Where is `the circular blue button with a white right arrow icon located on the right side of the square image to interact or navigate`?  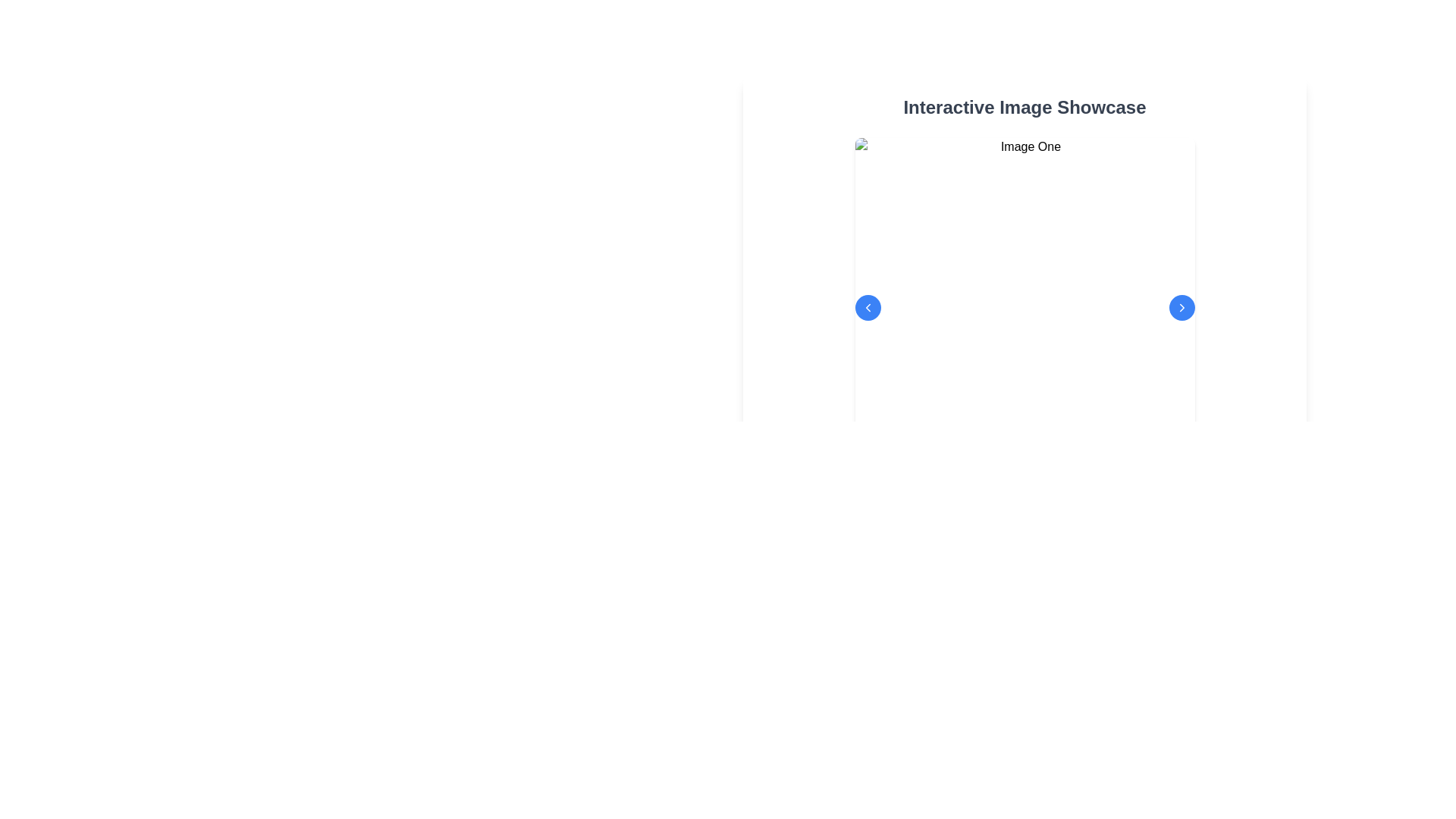
the circular blue button with a white right arrow icon located on the right side of the square image to interact or navigate is located at coordinates (1181, 307).